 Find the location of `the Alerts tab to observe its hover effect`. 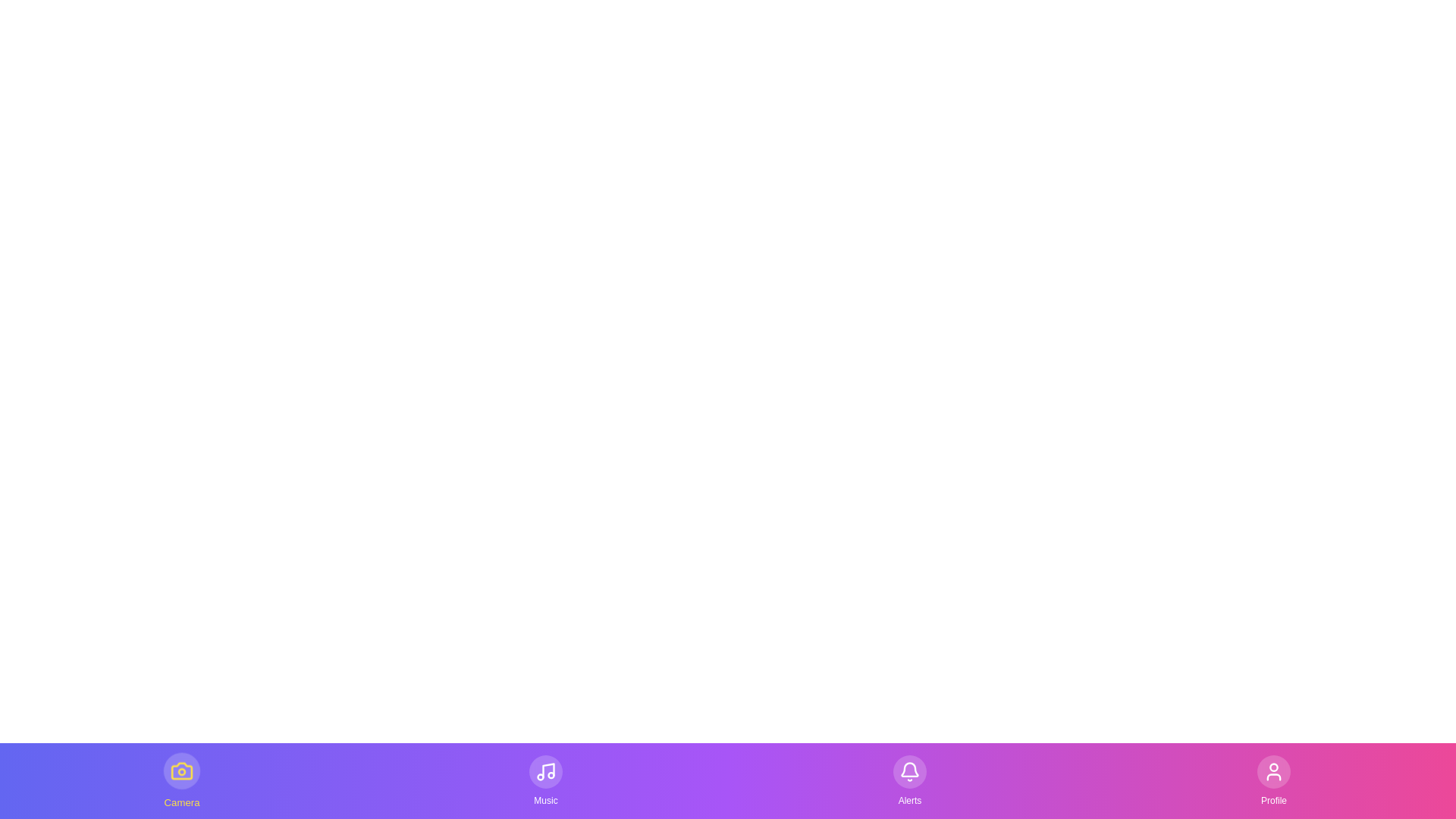

the Alerts tab to observe its hover effect is located at coordinates (910, 780).